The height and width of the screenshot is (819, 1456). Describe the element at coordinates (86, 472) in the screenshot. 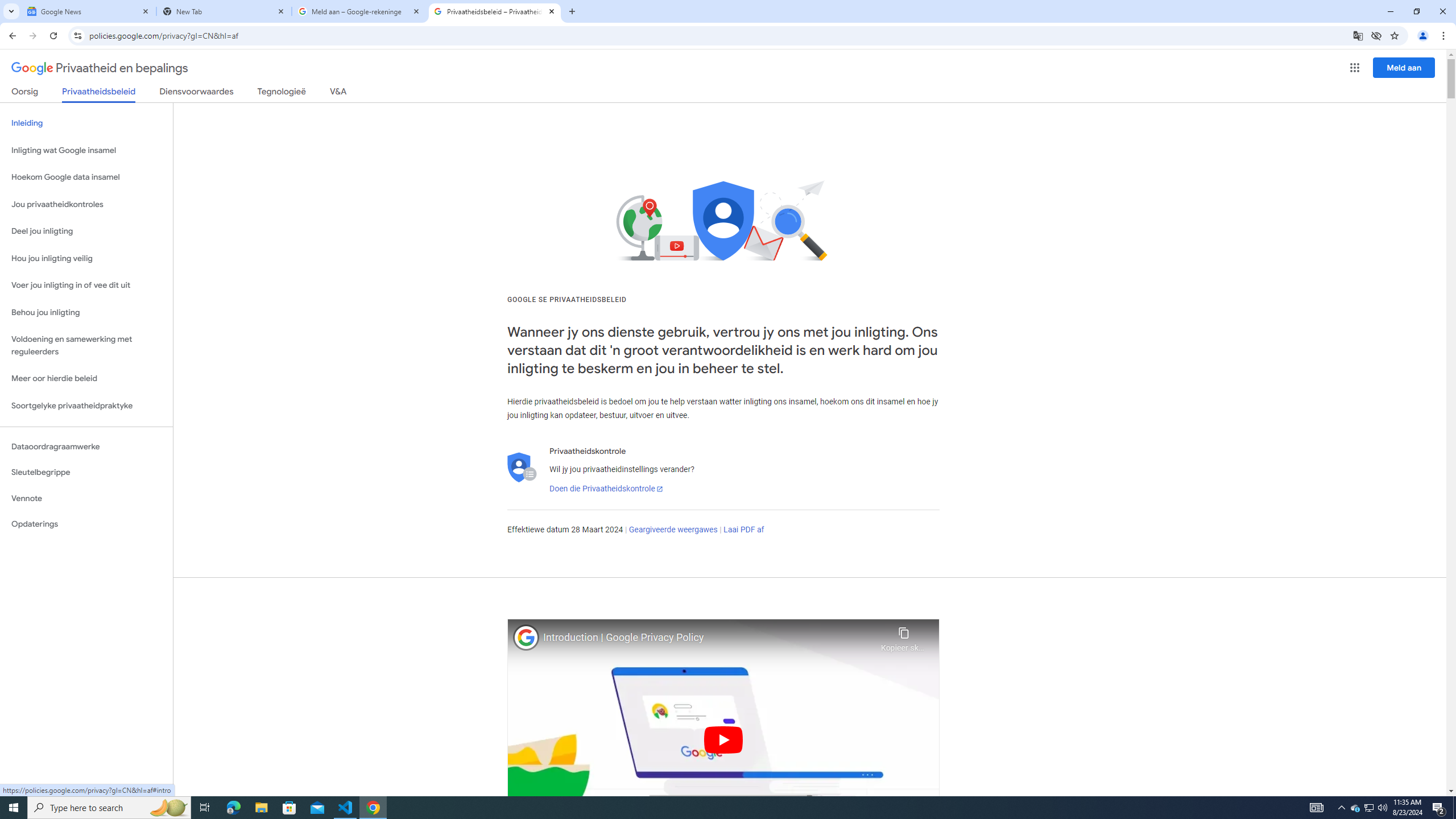

I see `'Sleutelbegrippe'` at that location.